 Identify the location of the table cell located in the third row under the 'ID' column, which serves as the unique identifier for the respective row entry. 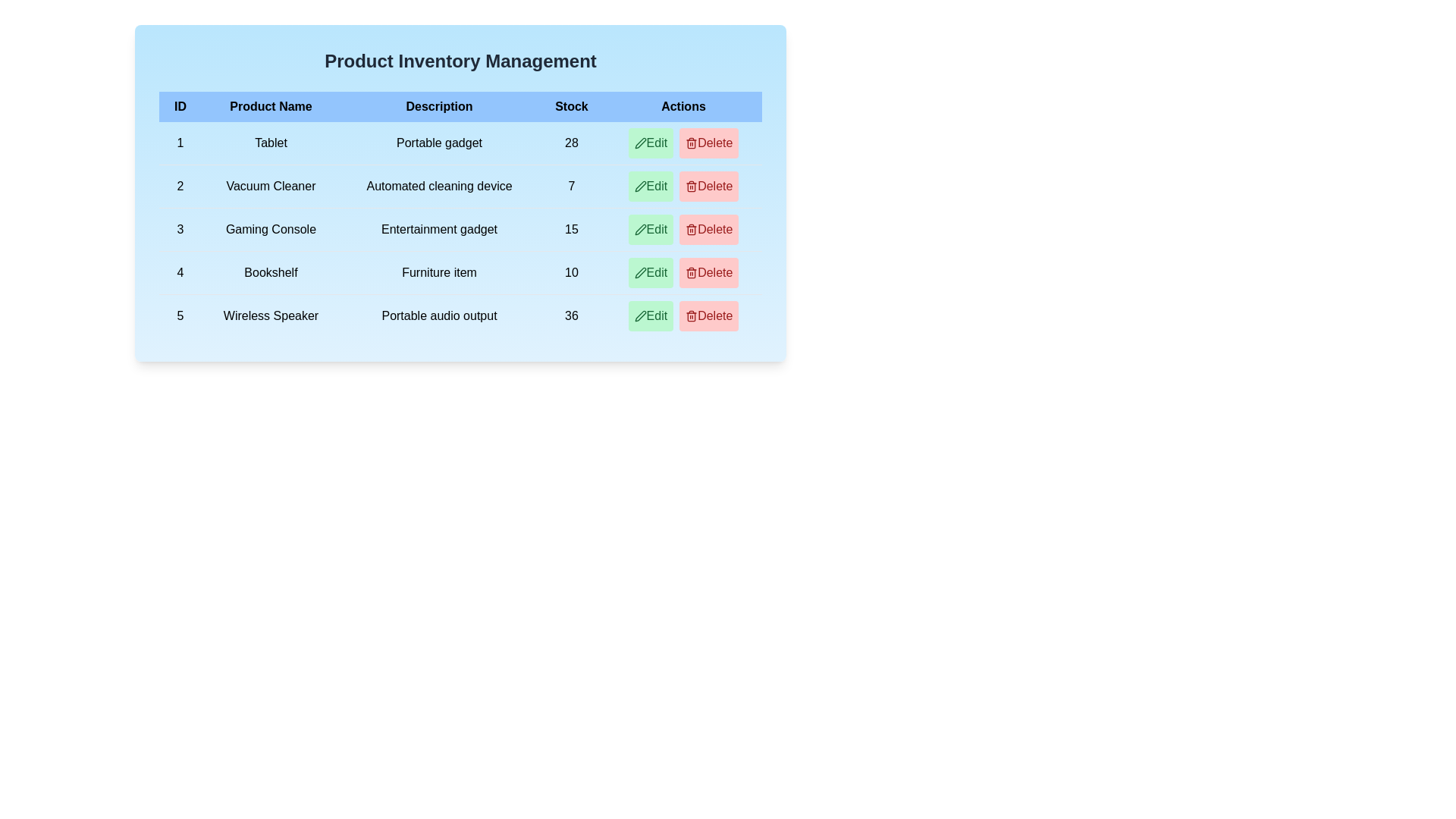
(180, 230).